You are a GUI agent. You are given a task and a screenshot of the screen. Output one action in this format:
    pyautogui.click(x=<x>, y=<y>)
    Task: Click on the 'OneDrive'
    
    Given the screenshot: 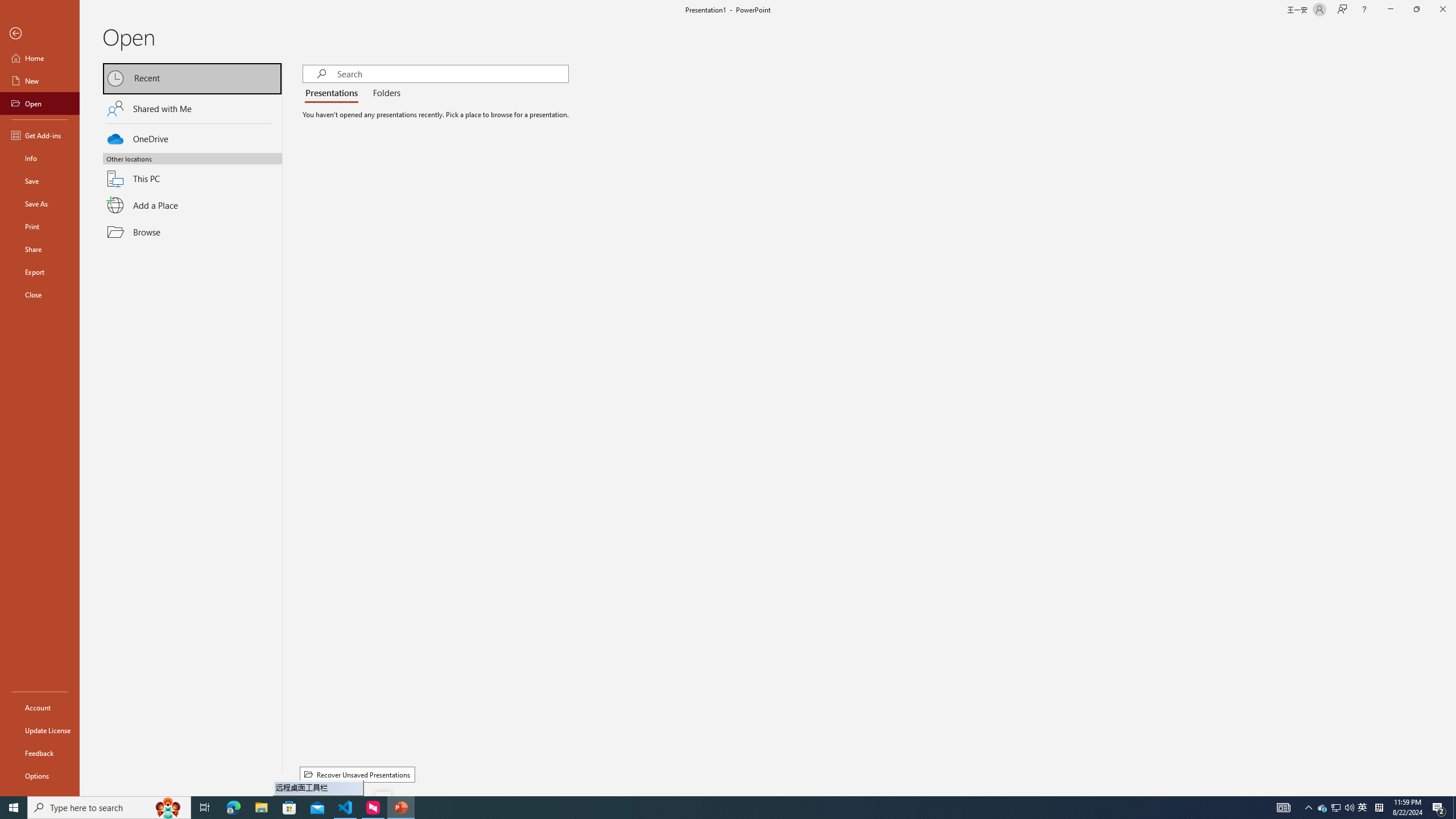 What is the action you would take?
    pyautogui.click(x=192, y=137)
    